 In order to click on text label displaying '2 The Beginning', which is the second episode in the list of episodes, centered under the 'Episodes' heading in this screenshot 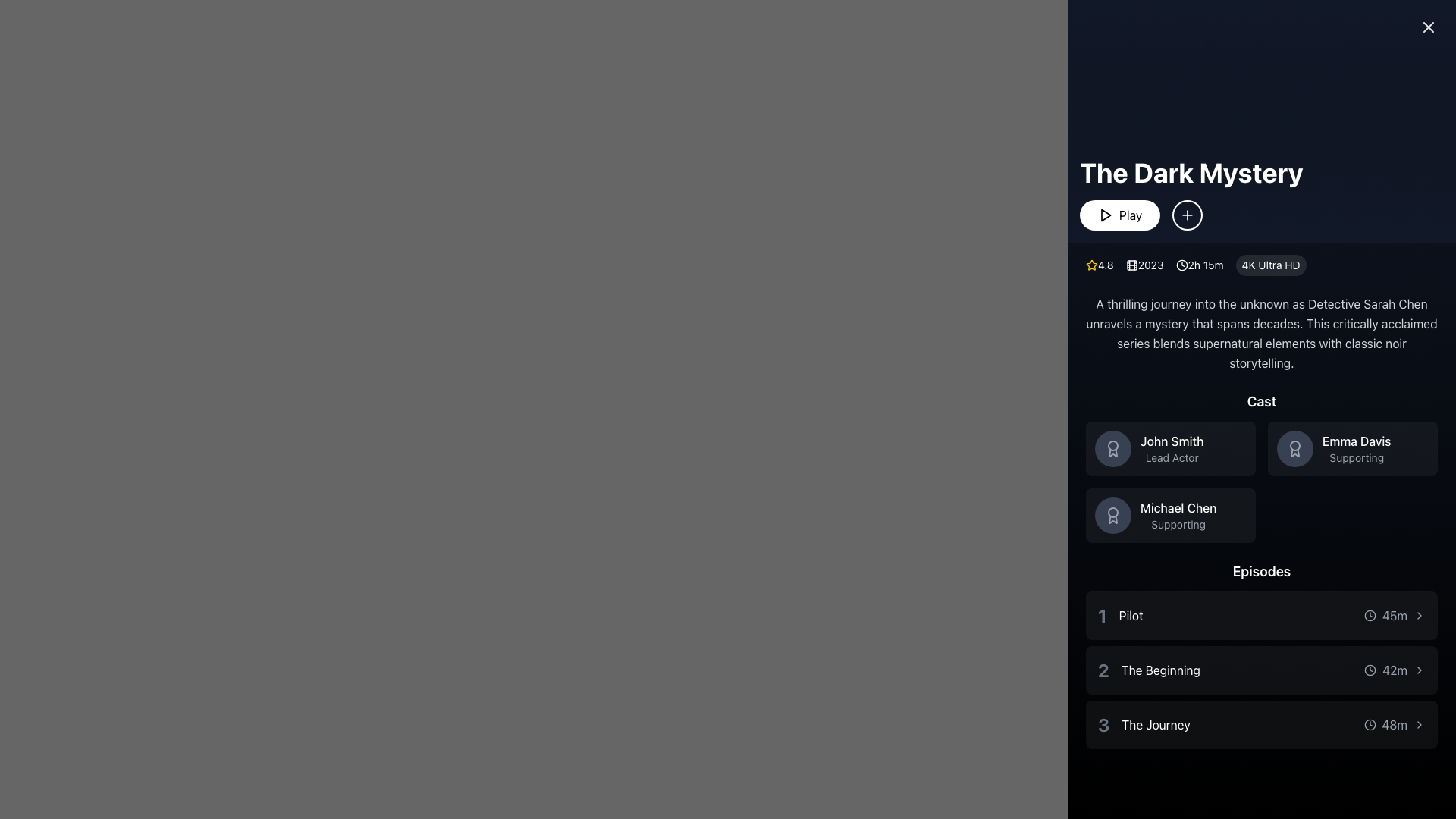, I will do `click(1149, 669)`.